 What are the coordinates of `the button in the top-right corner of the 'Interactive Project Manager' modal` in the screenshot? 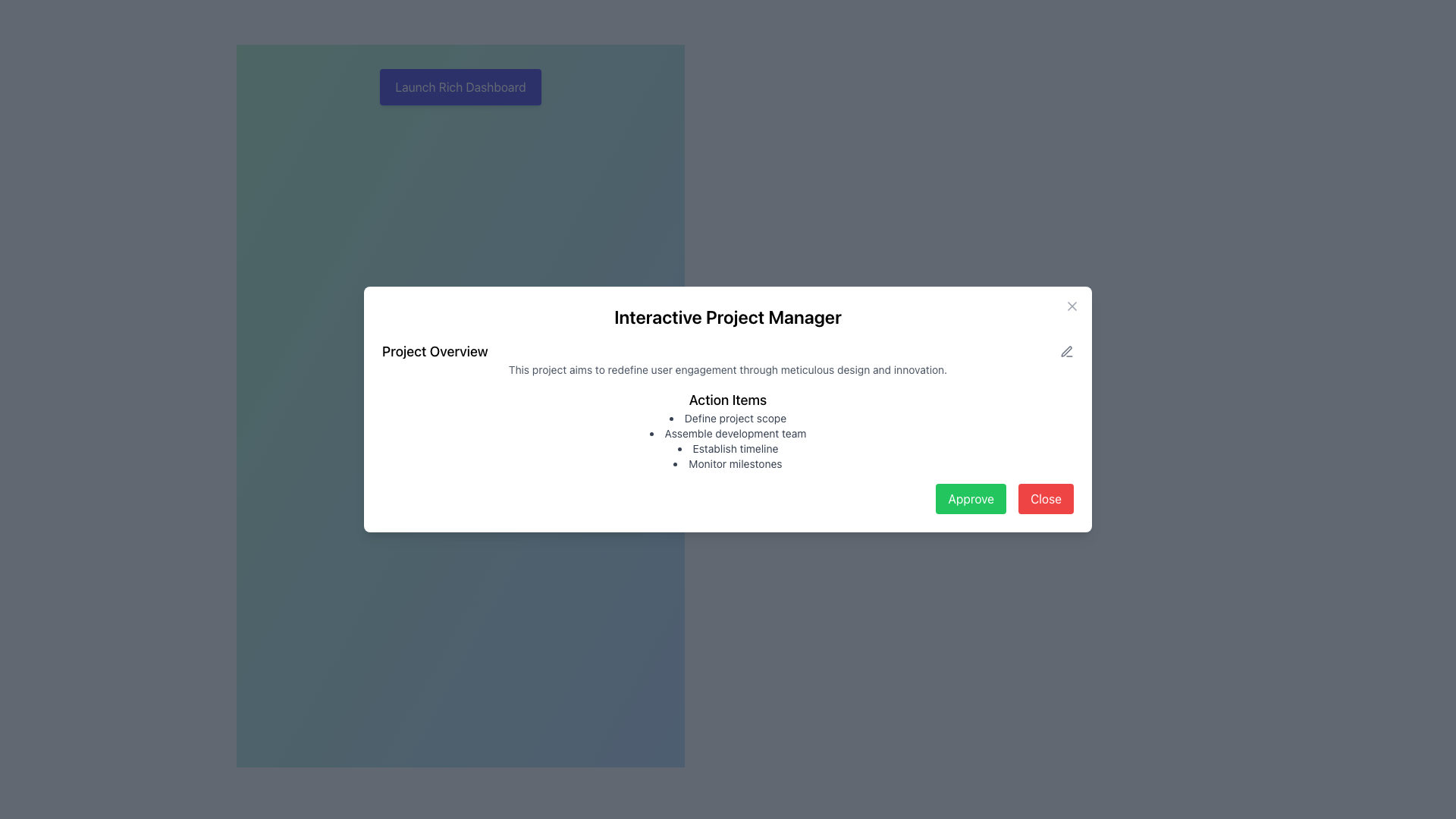 It's located at (1072, 306).